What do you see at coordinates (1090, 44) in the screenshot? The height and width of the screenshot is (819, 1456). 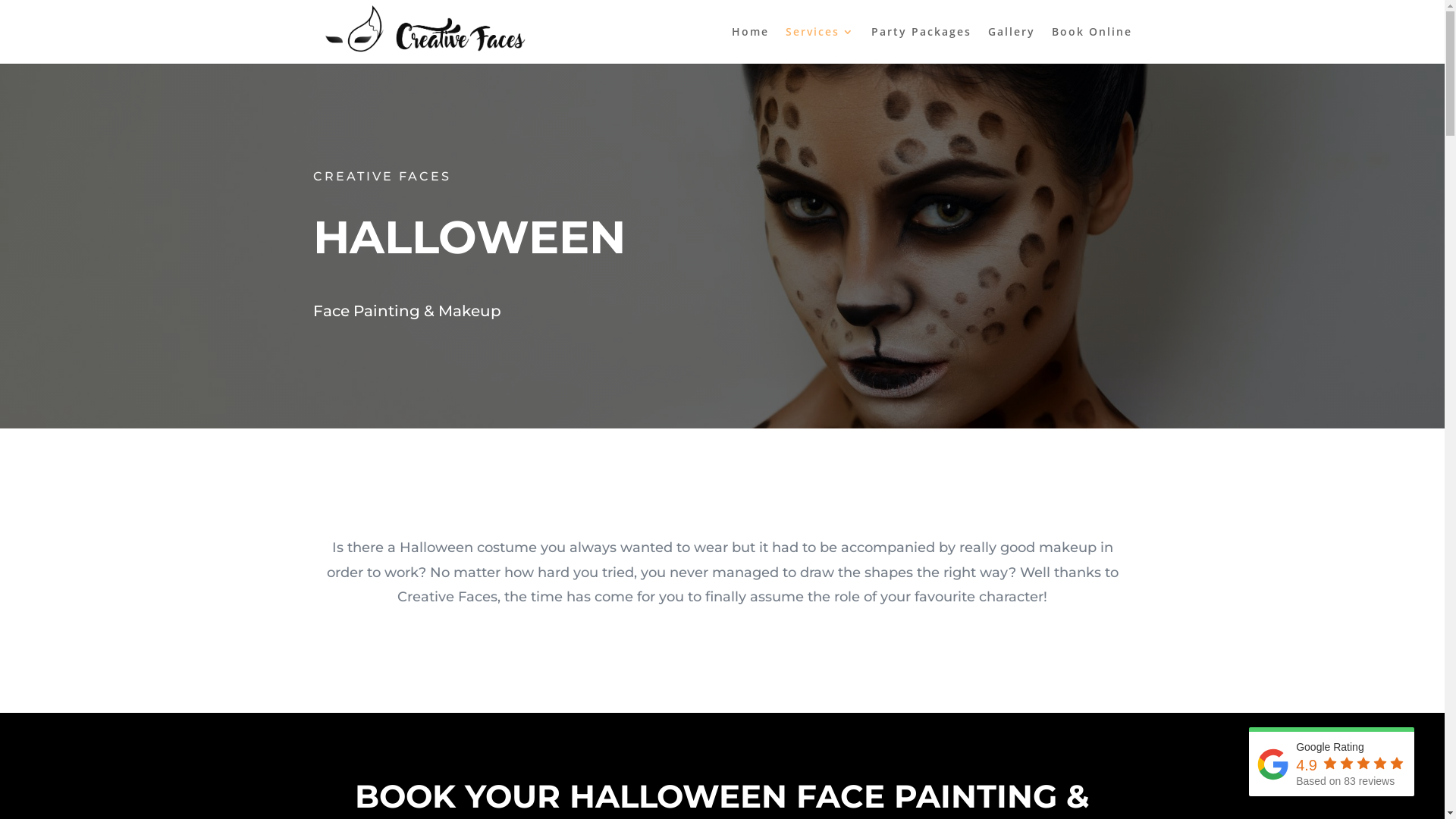 I see `'Book Online'` at bounding box center [1090, 44].